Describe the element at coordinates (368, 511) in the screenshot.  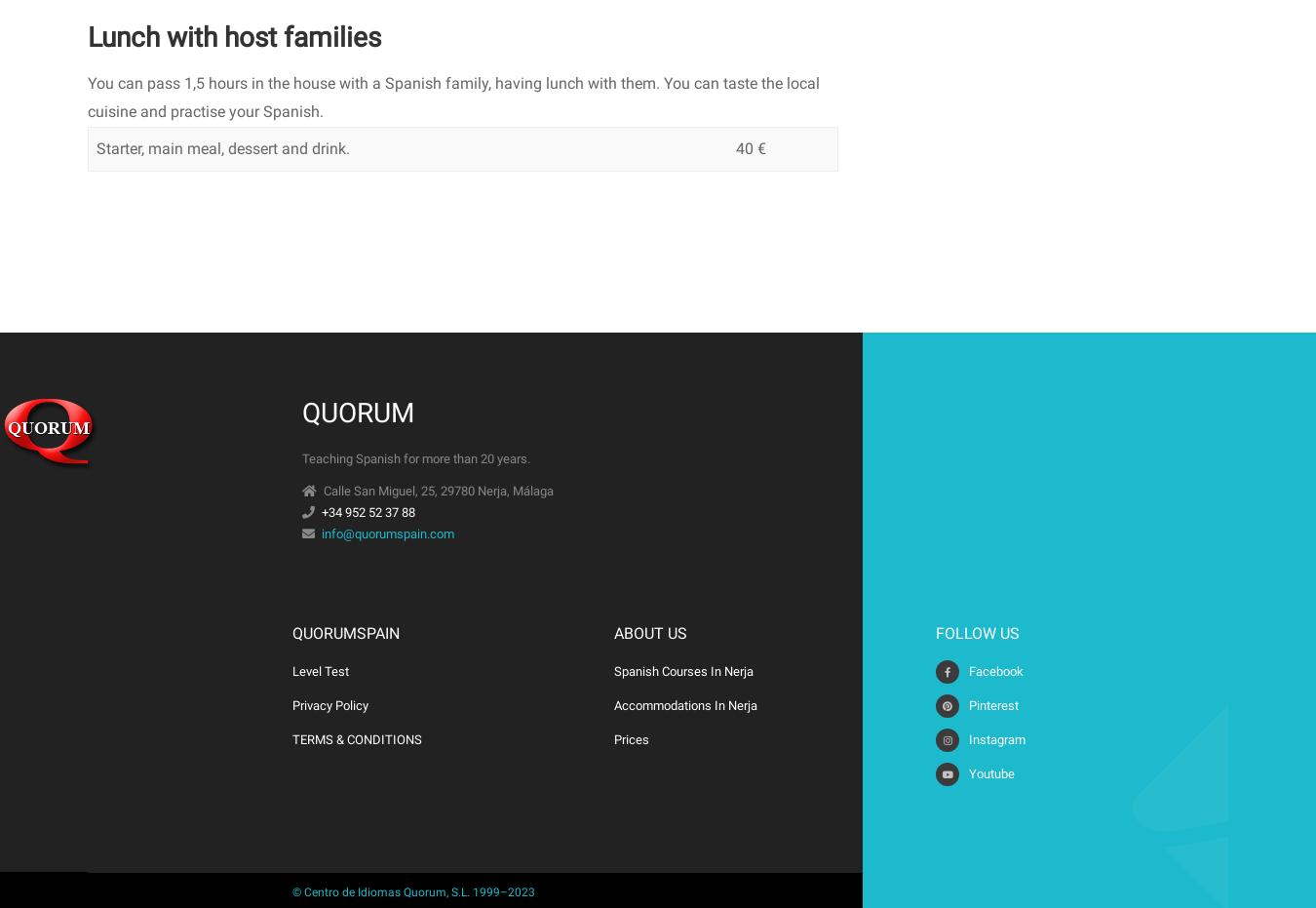
I see `'+34 952 52 37 88'` at that location.